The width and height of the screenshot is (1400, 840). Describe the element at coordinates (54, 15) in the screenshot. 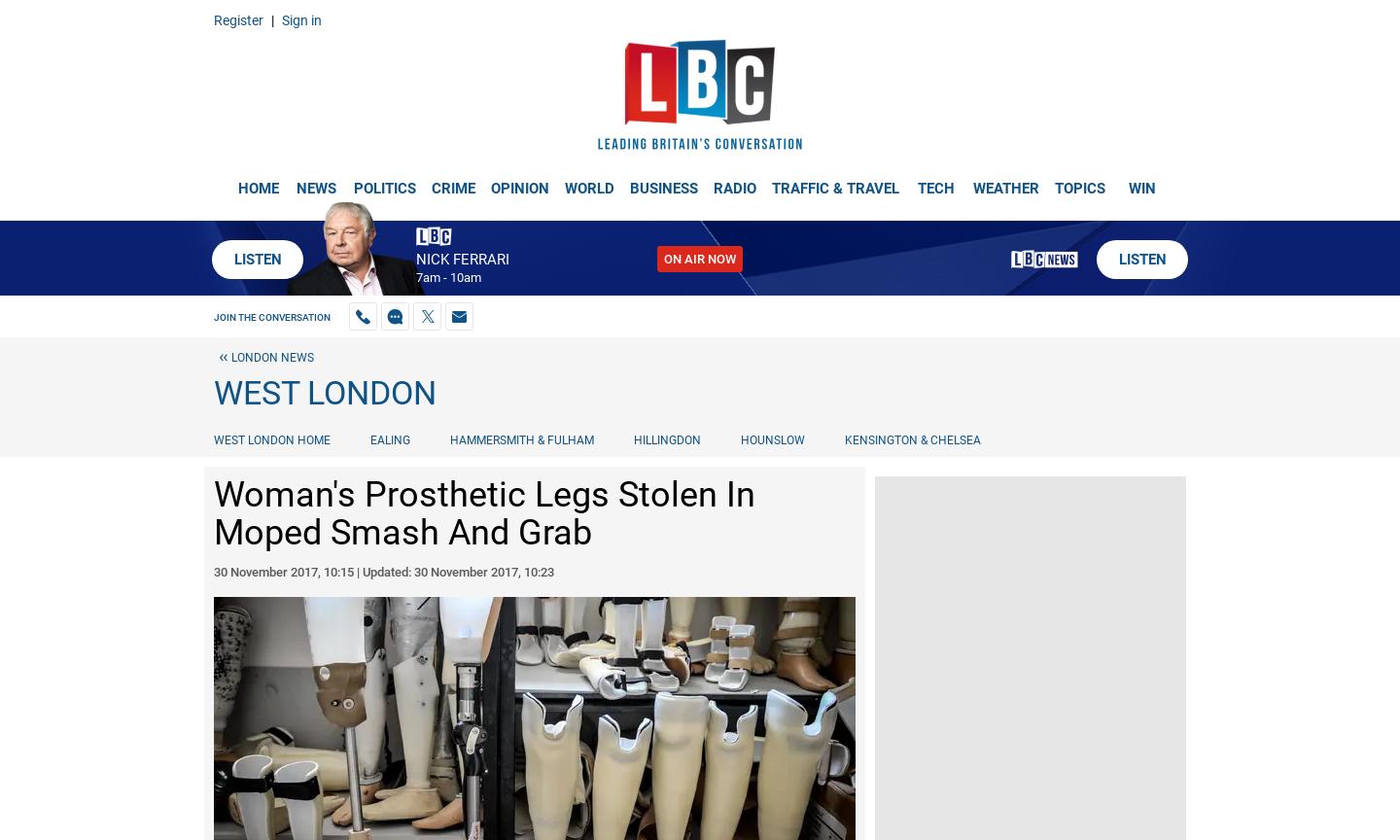

I see `'TEXT: 84850'` at that location.